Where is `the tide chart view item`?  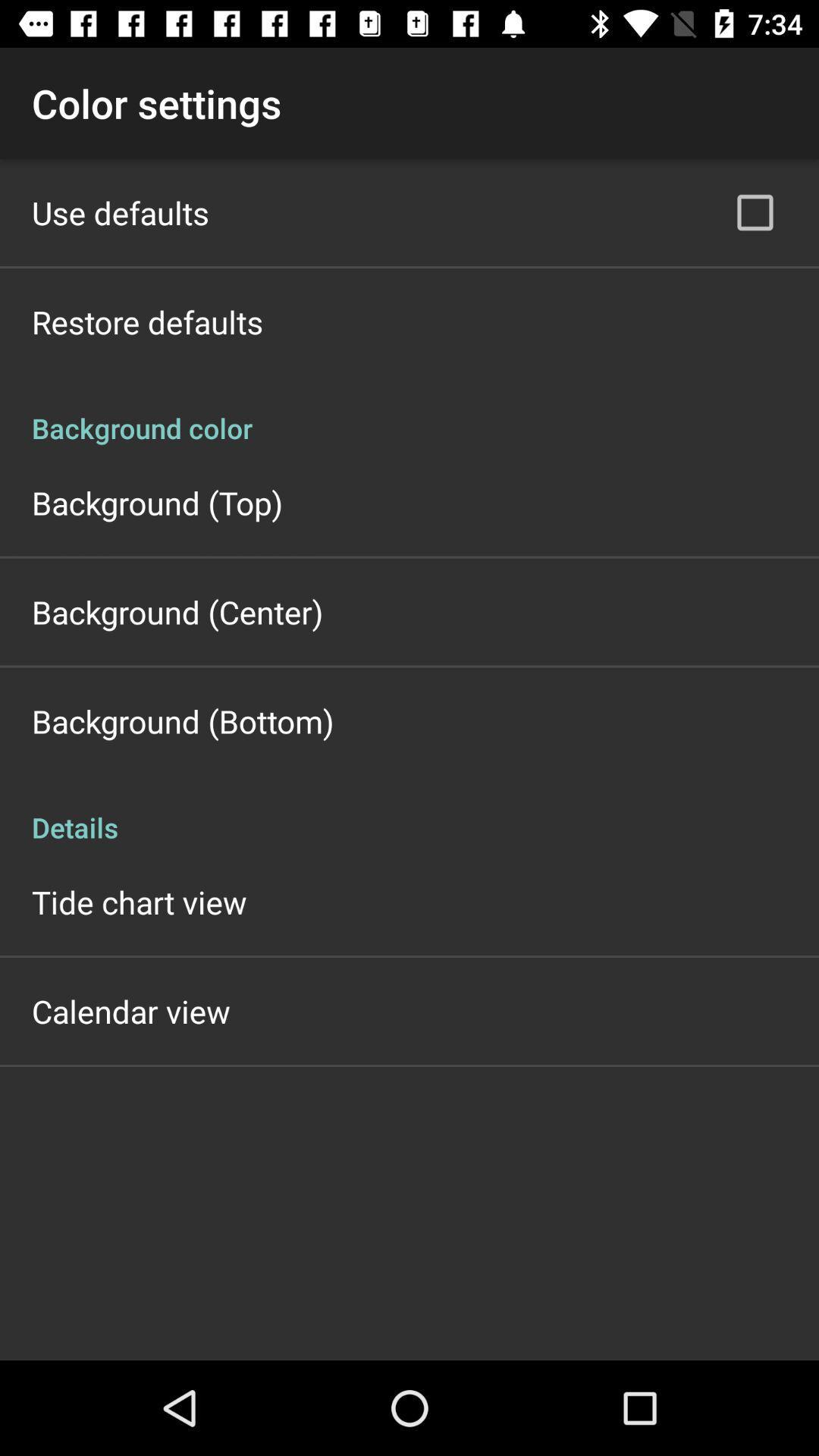 the tide chart view item is located at coordinates (139, 902).